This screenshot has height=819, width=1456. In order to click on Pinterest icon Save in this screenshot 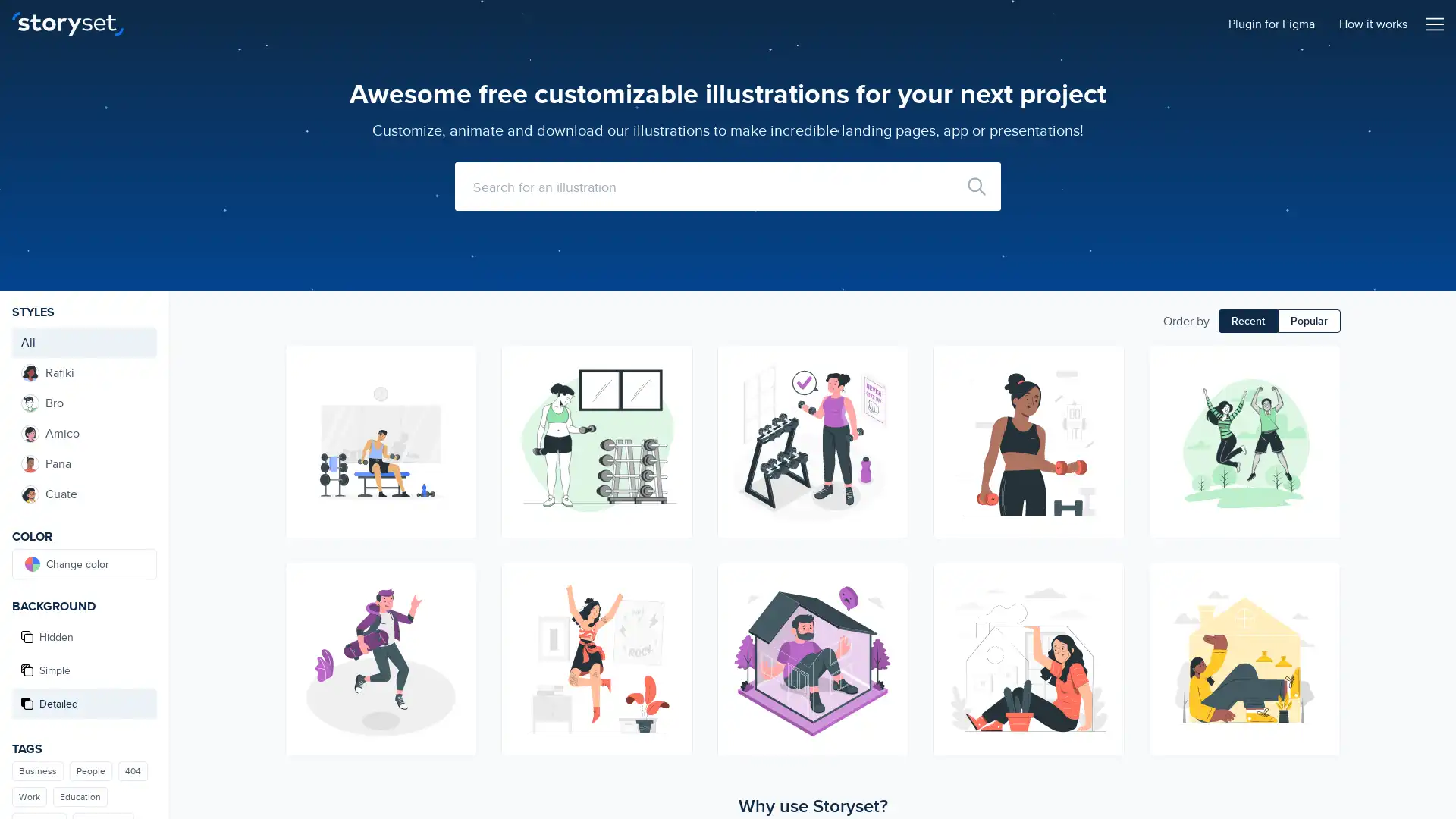, I will do `click(1106, 418)`.